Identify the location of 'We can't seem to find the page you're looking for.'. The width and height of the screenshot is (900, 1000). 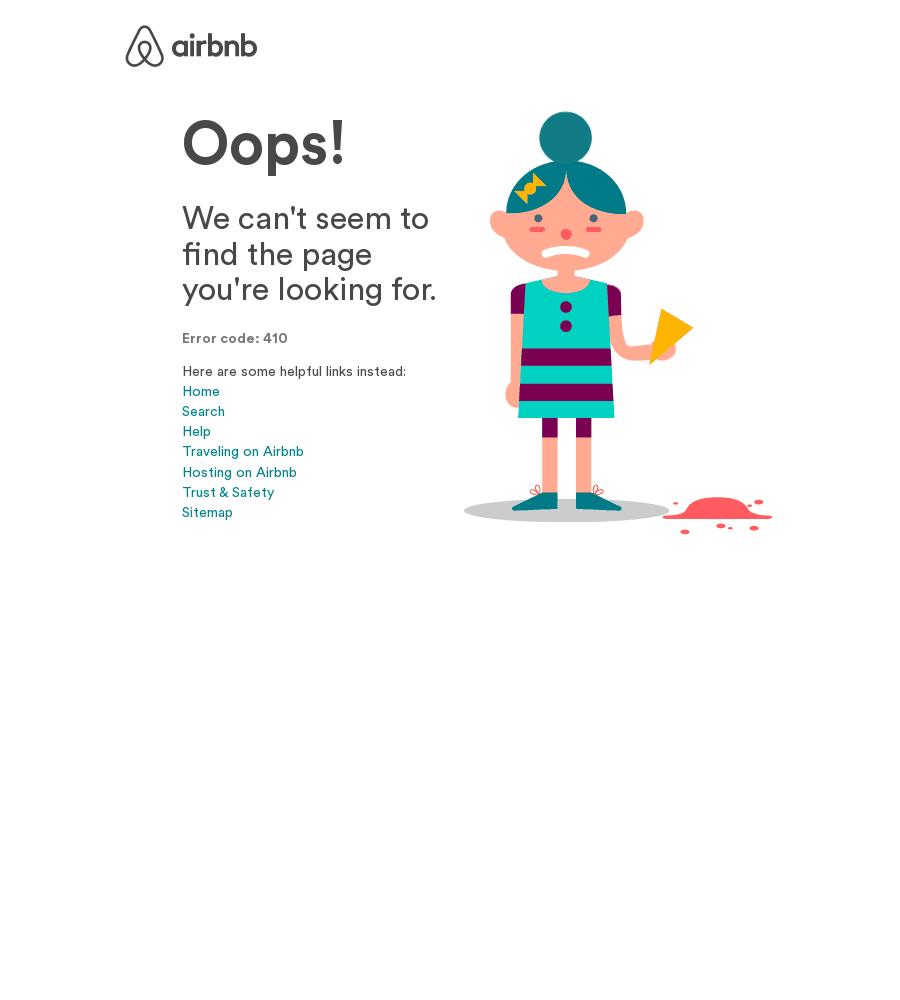
(308, 252).